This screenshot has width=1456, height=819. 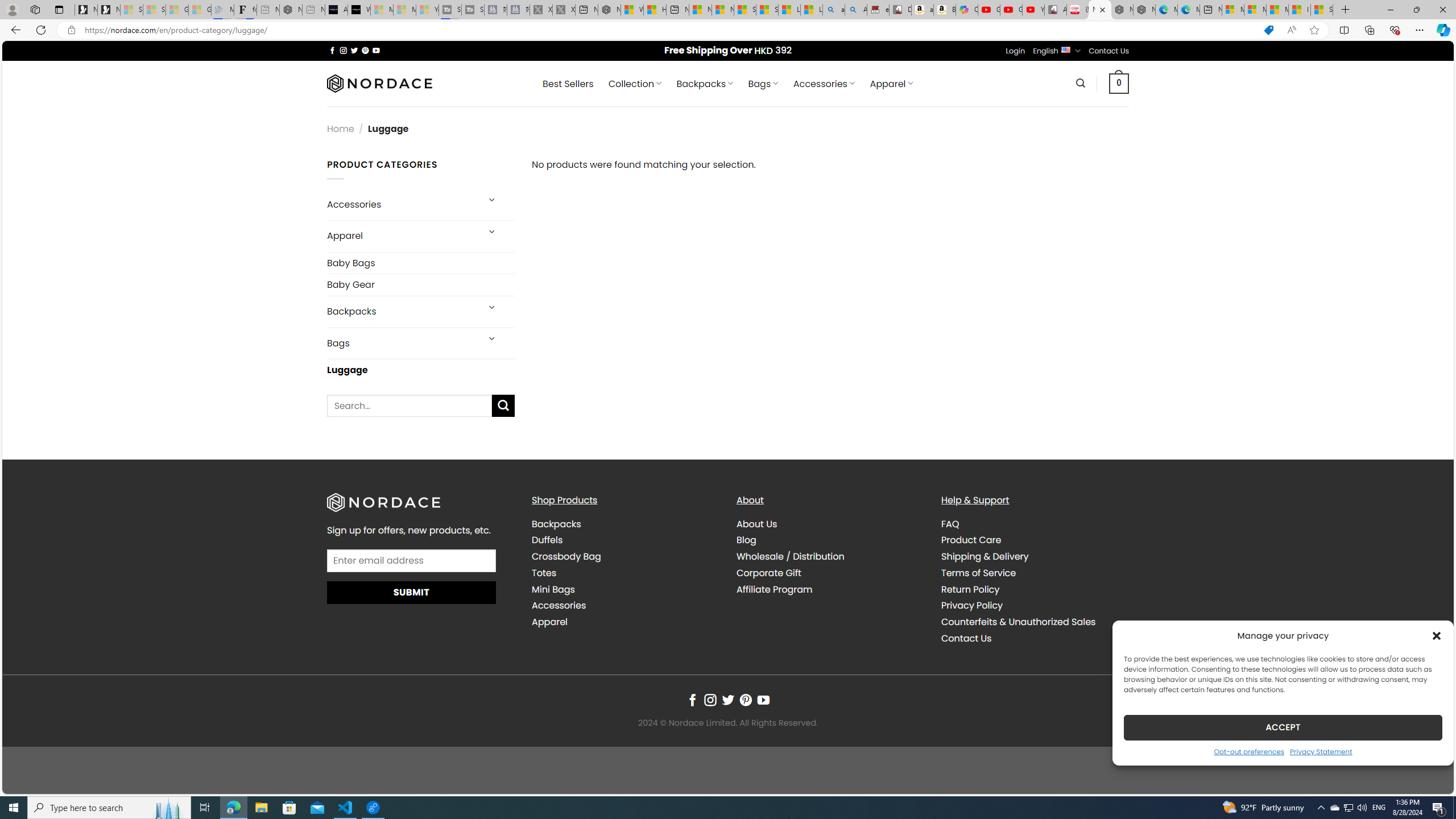 I want to click on 'Follow on Facebook', so click(x=692, y=701).